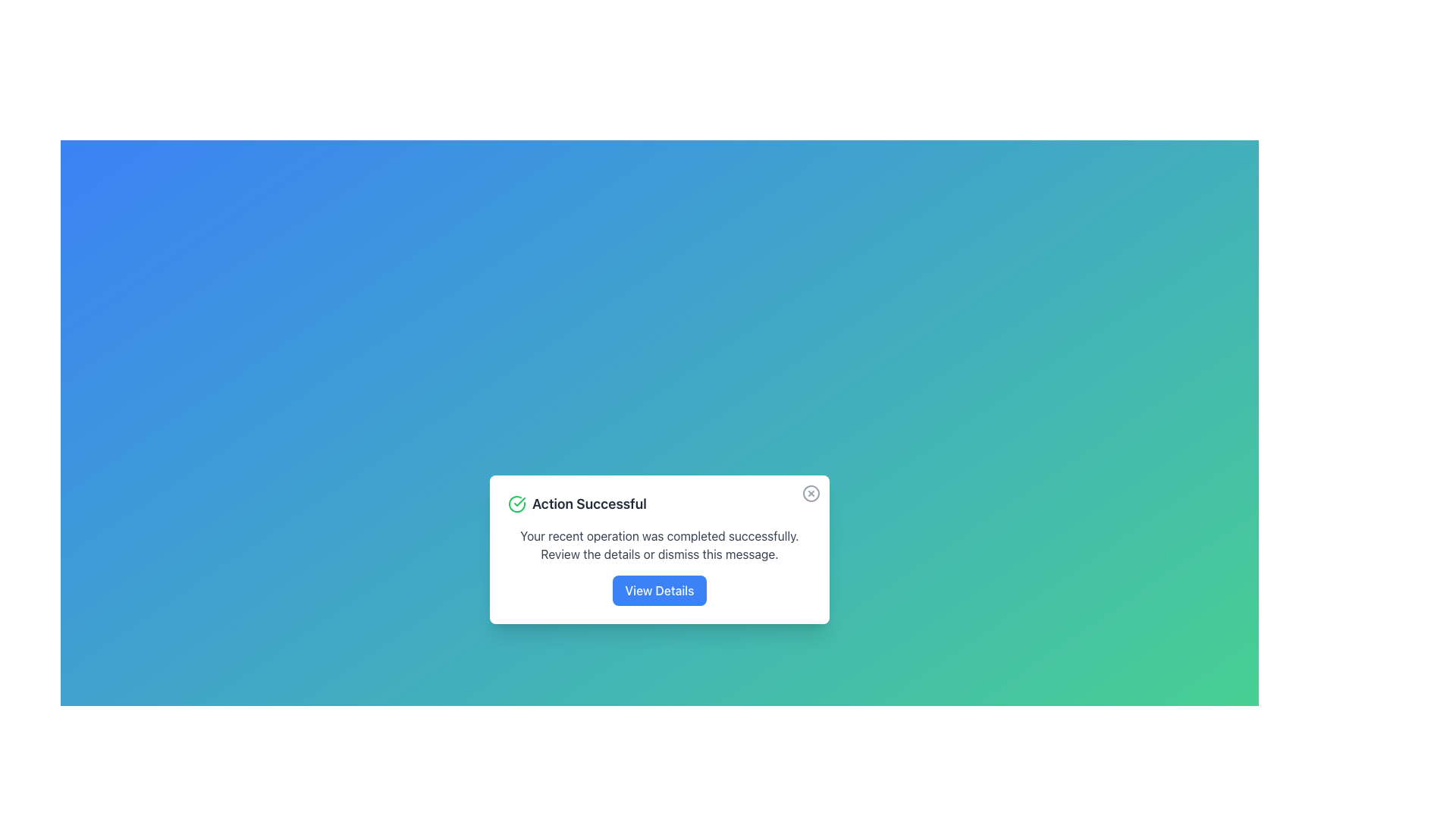 The image size is (1456, 819). Describe the element at coordinates (811, 494) in the screenshot. I see `the dismiss button located at the top-right corner of the modal that displays the message 'Action Successful'` at that location.